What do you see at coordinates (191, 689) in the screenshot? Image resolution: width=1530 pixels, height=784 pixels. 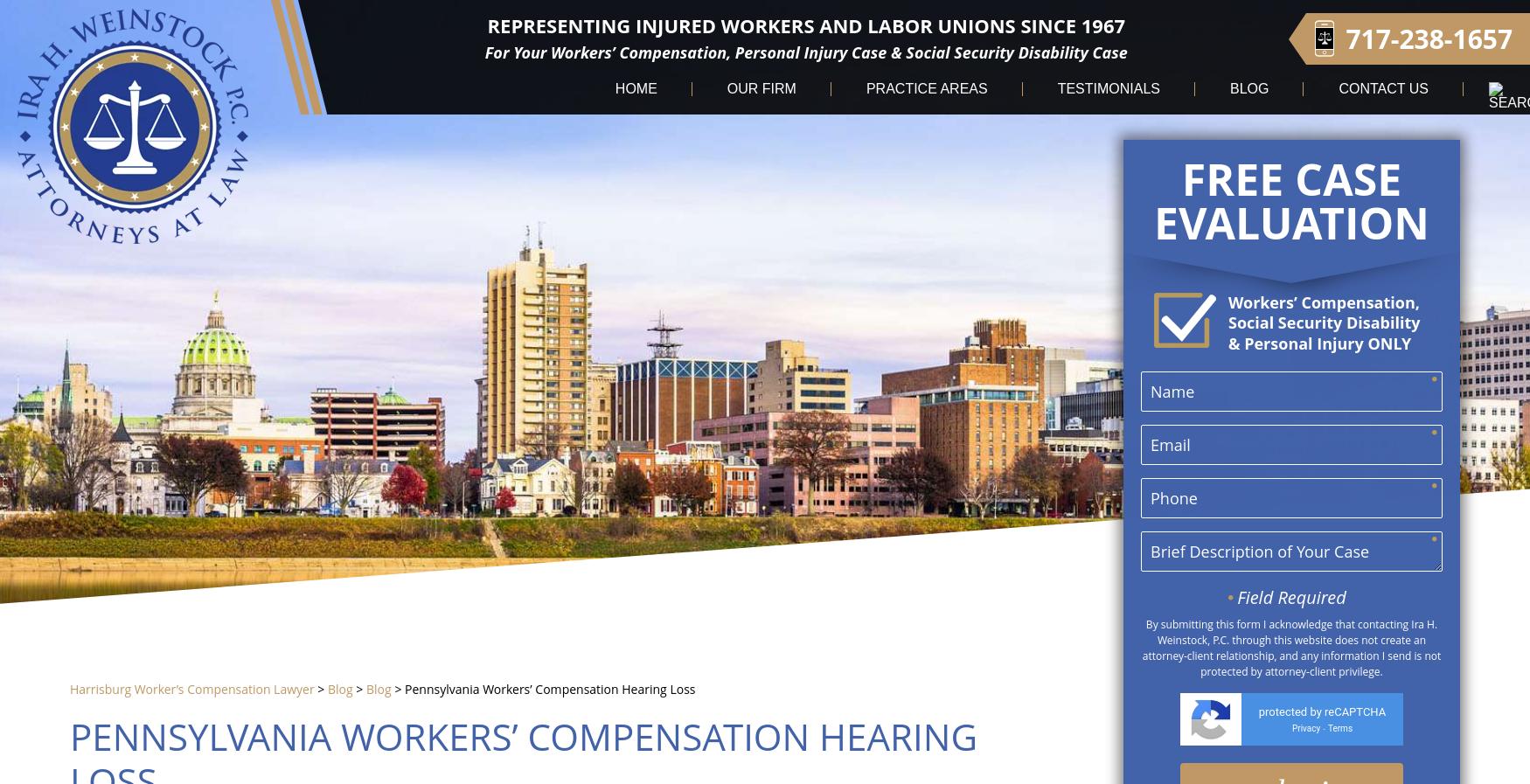 I see `'Harrisburg Worker’s Compensation Lawyer'` at bounding box center [191, 689].